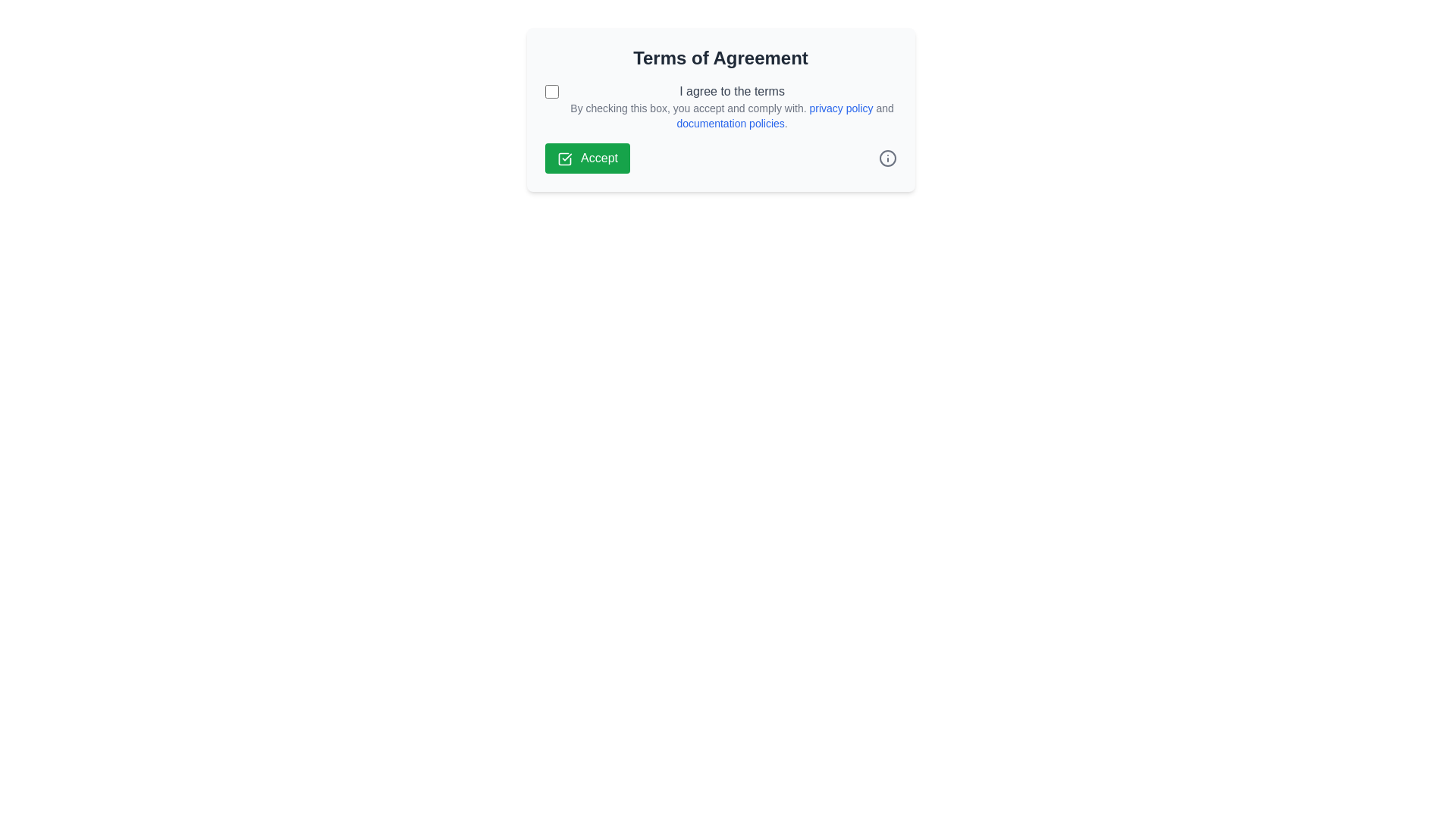 This screenshot has width=1456, height=819. What do you see at coordinates (732, 91) in the screenshot?
I see `the text label stating 'I agree to the terms' located in the 'Terms of Agreement' section, which is positioned directly to the right of a checkbox` at bounding box center [732, 91].